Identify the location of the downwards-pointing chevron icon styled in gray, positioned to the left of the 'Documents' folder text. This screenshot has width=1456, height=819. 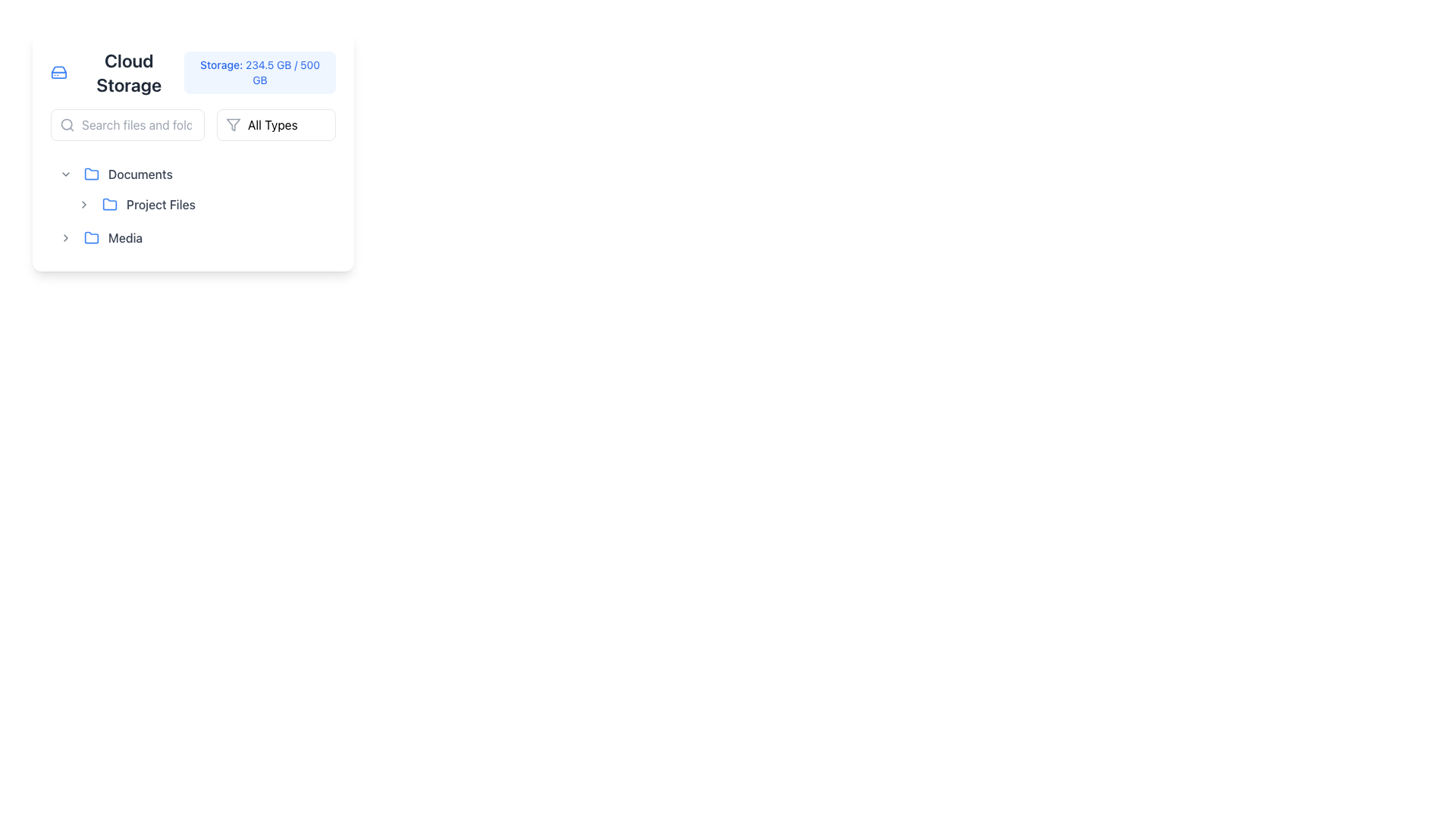
(64, 174).